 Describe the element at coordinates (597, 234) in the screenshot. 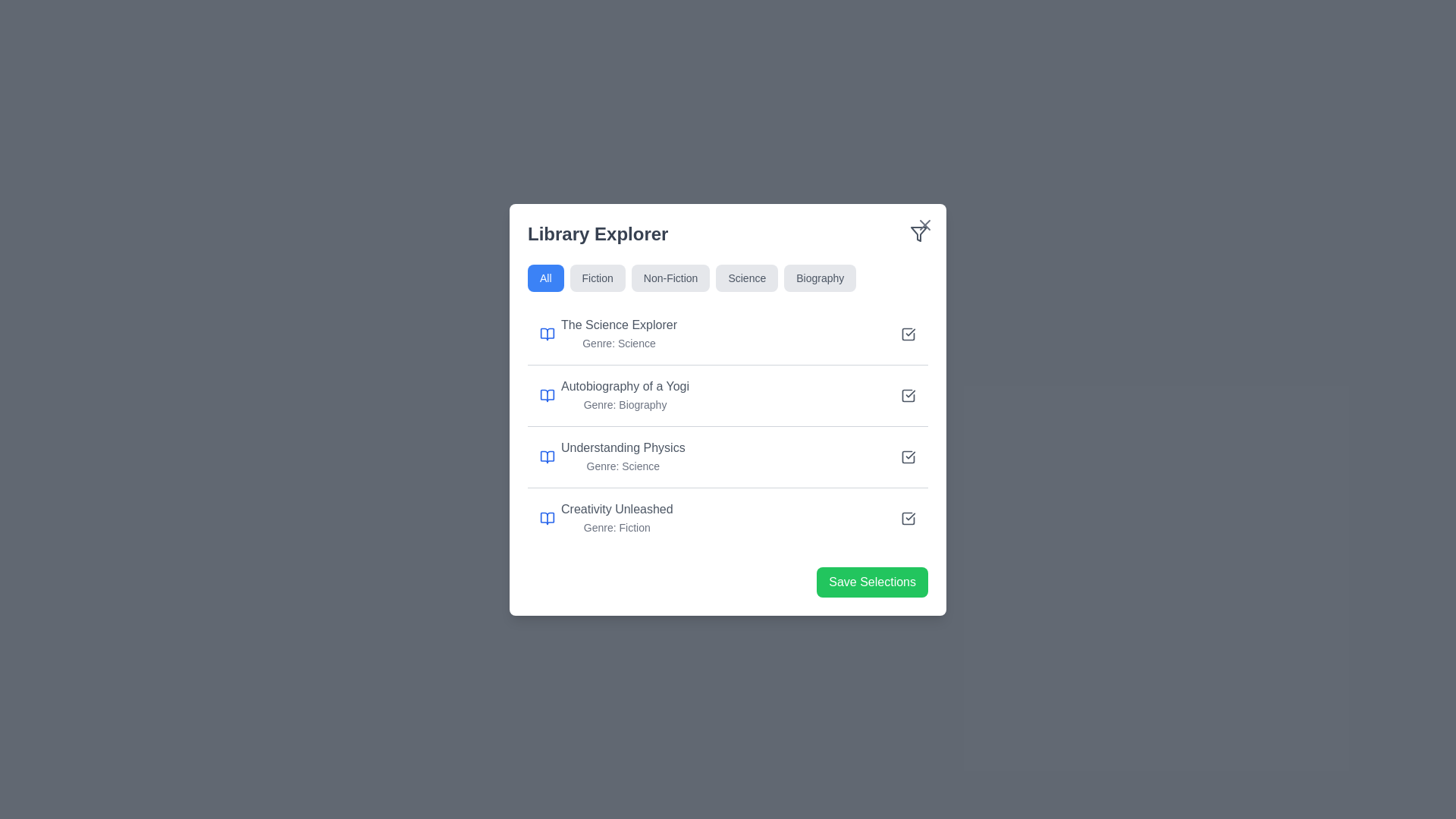

I see `the 'Library Explorer' text label, which is displayed in a bold, large font and is located at the top-left corner of a white card-like component` at that location.